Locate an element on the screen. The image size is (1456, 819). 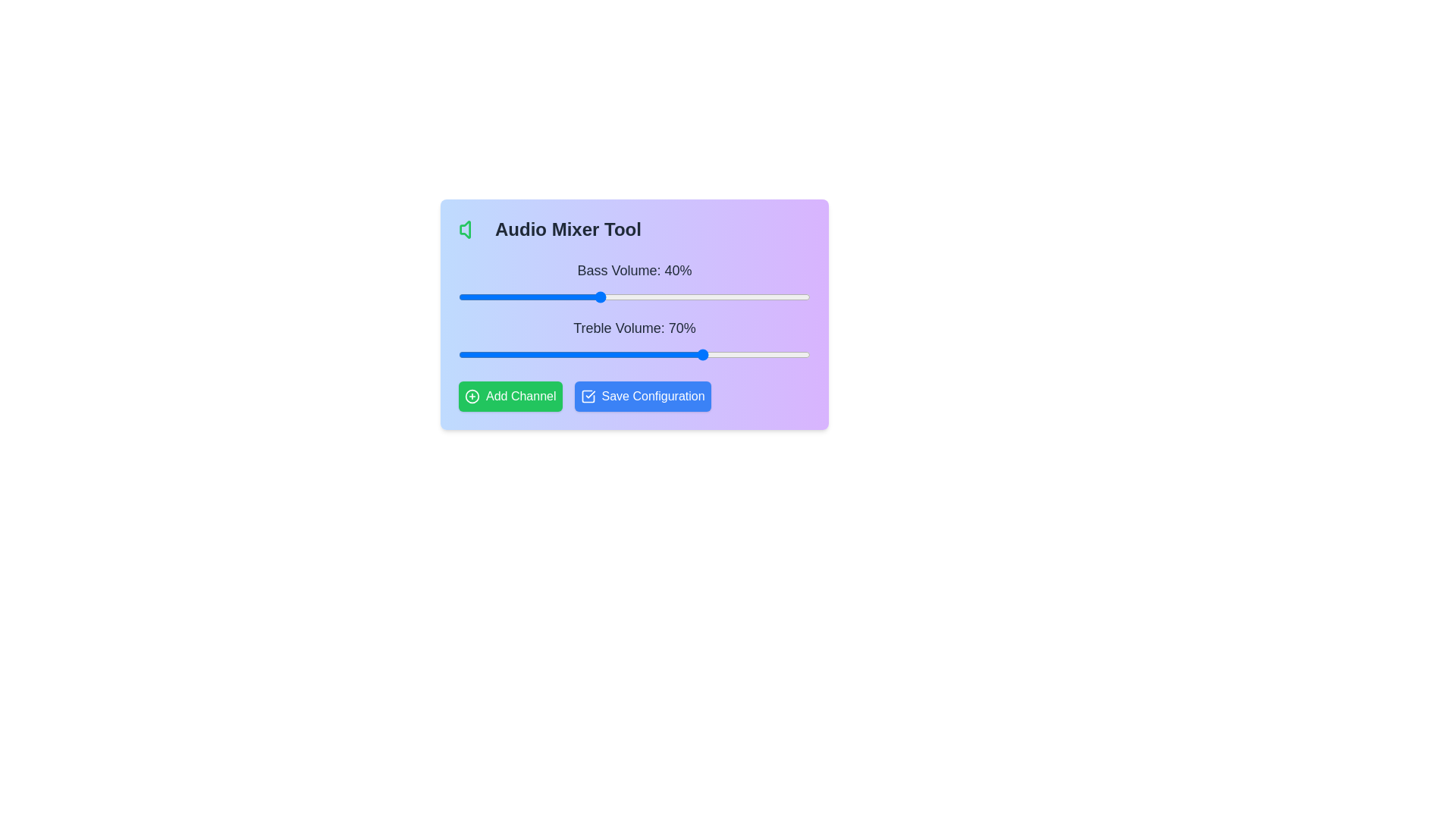
treble volume is located at coordinates (645, 354).